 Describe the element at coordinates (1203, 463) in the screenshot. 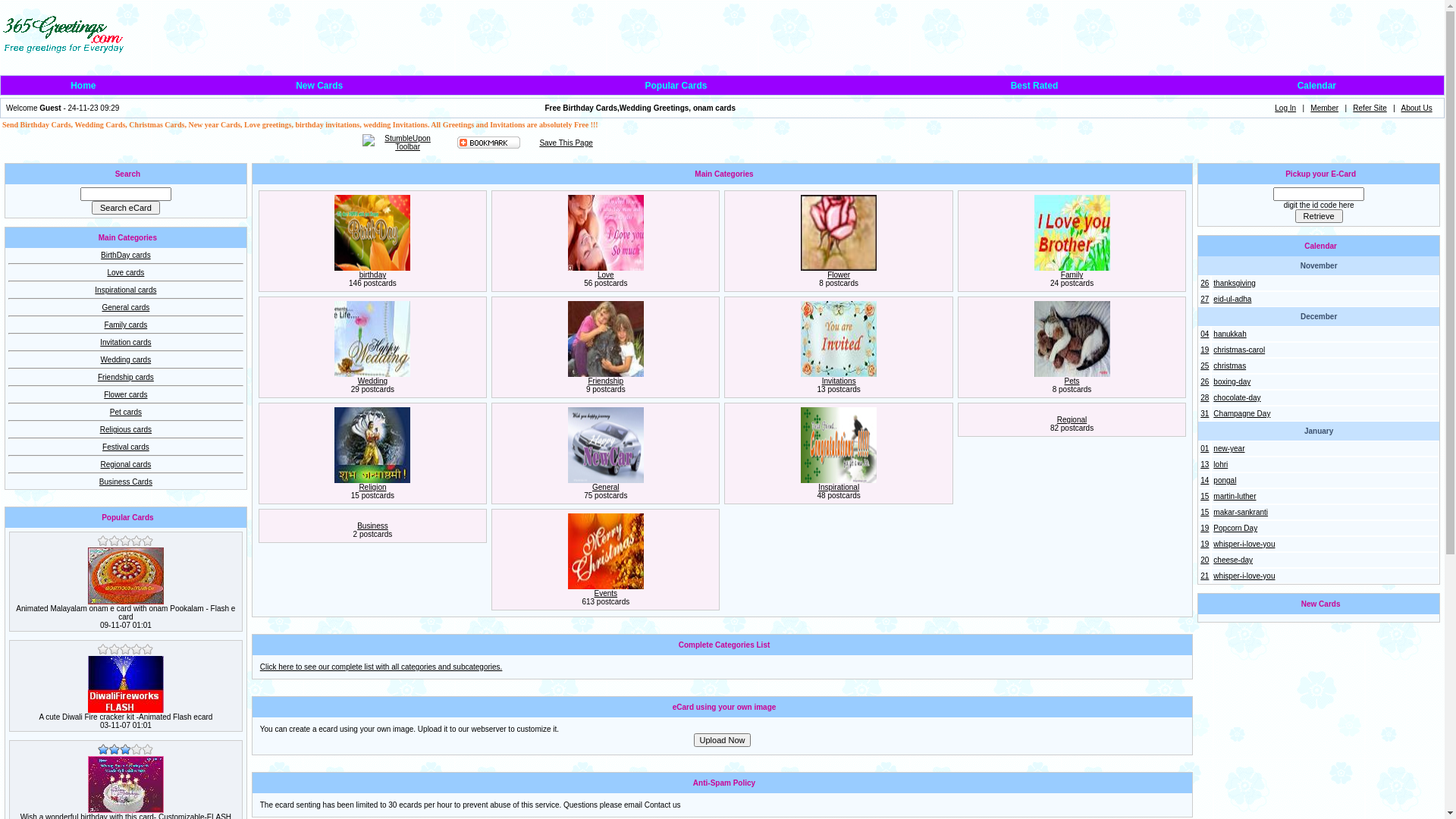

I see `'13'` at that location.